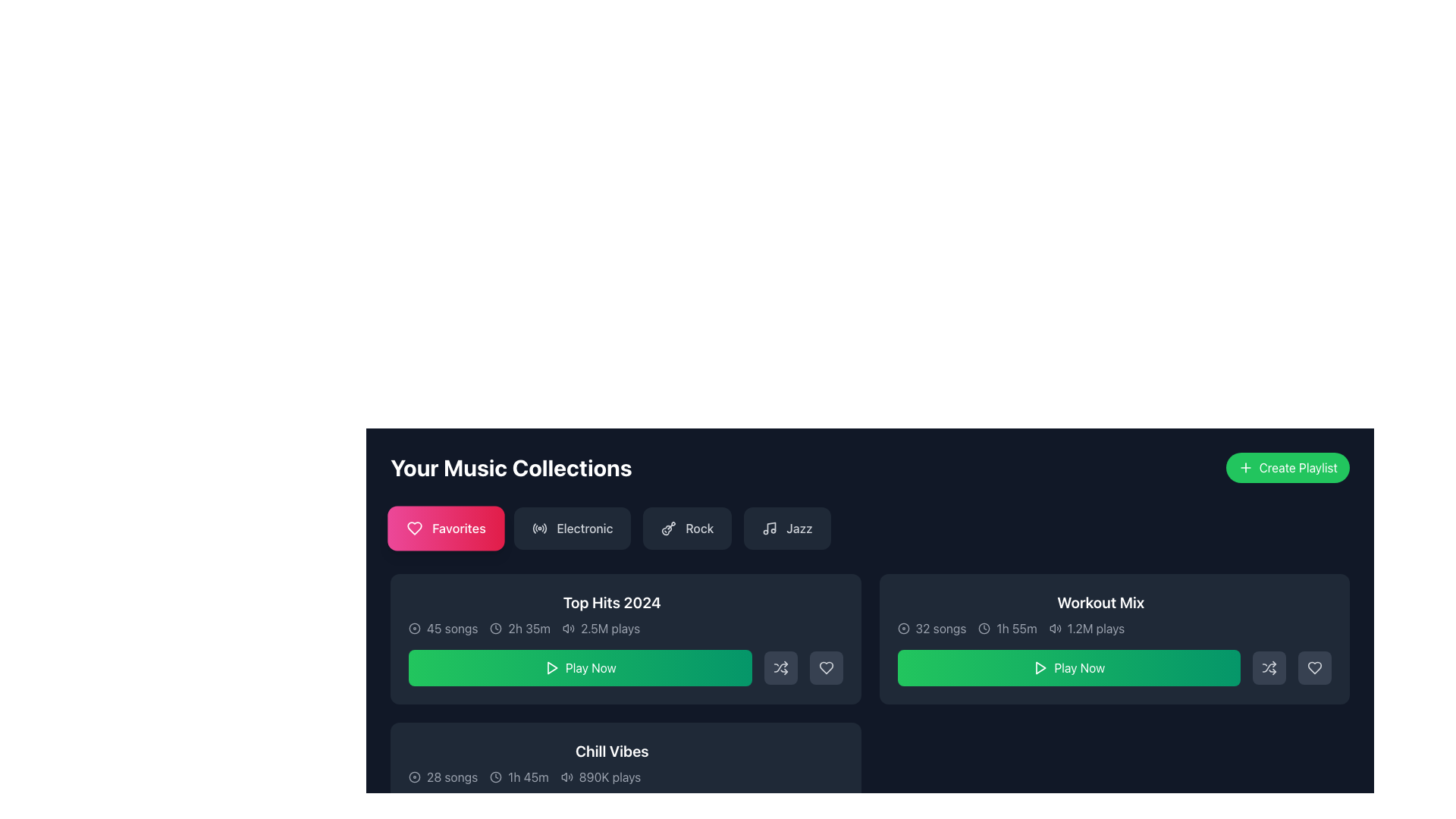 This screenshot has width=1456, height=819. I want to click on the label that displays the total duration of the playlist, located below the title 'Top Hits 2024' and adjacent to the '45 songs' label on its left, so click(520, 629).